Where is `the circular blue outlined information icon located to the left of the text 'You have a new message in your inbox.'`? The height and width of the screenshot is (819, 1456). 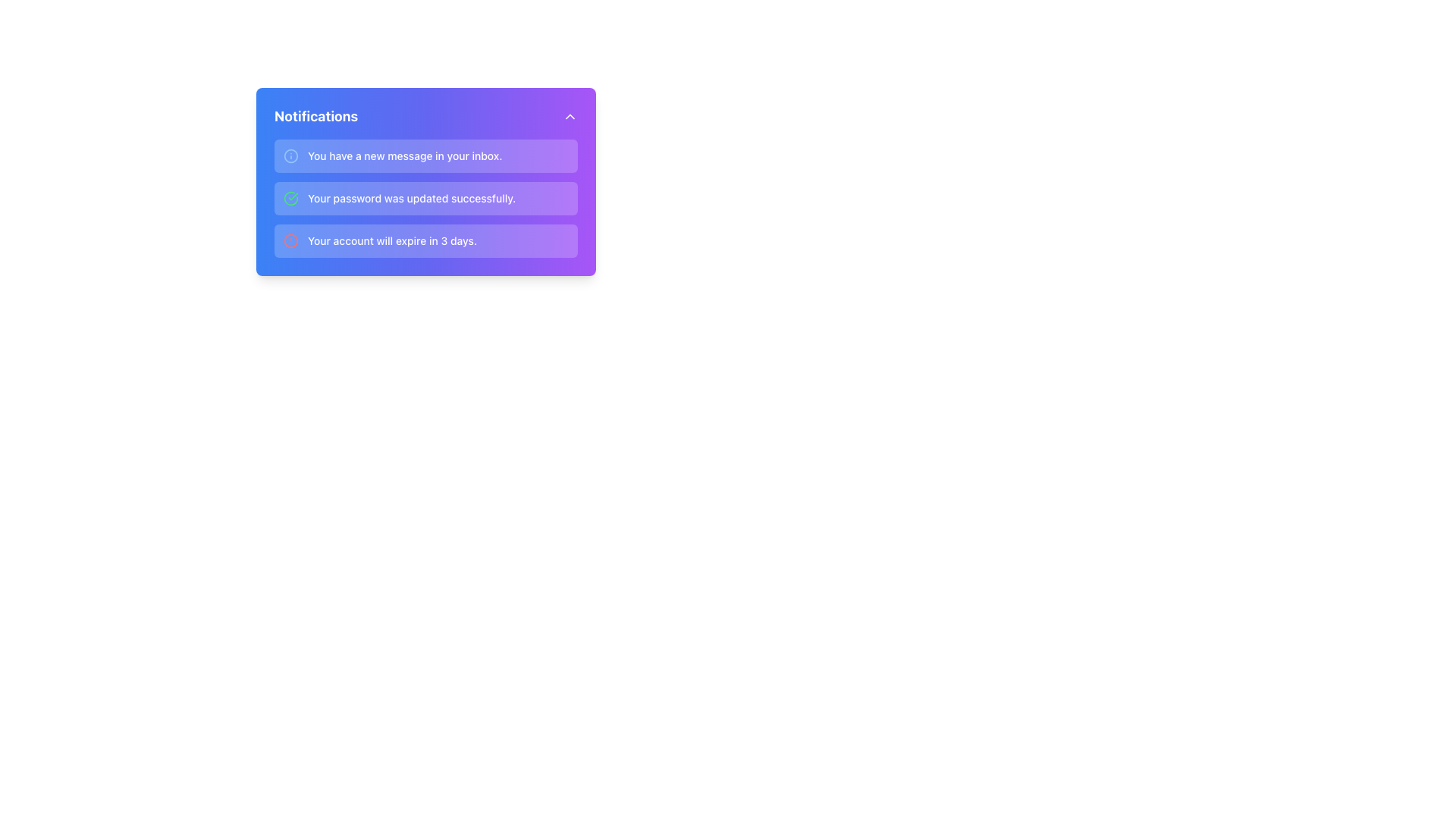 the circular blue outlined information icon located to the left of the text 'You have a new message in your inbox.' is located at coordinates (291, 155).